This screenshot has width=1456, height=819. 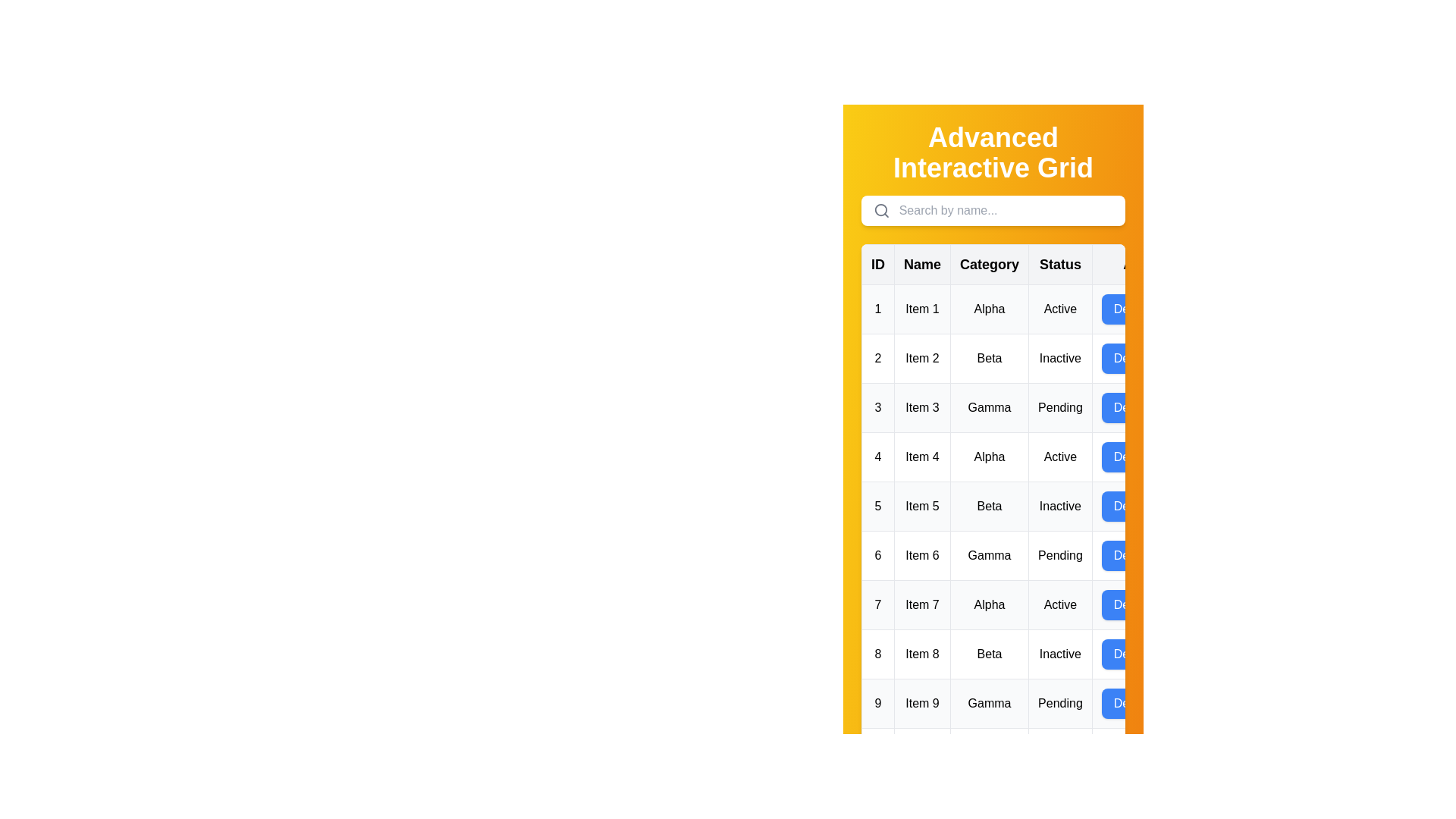 What do you see at coordinates (990, 263) in the screenshot?
I see `the column header Category to sort the data` at bounding box center [990, 263].